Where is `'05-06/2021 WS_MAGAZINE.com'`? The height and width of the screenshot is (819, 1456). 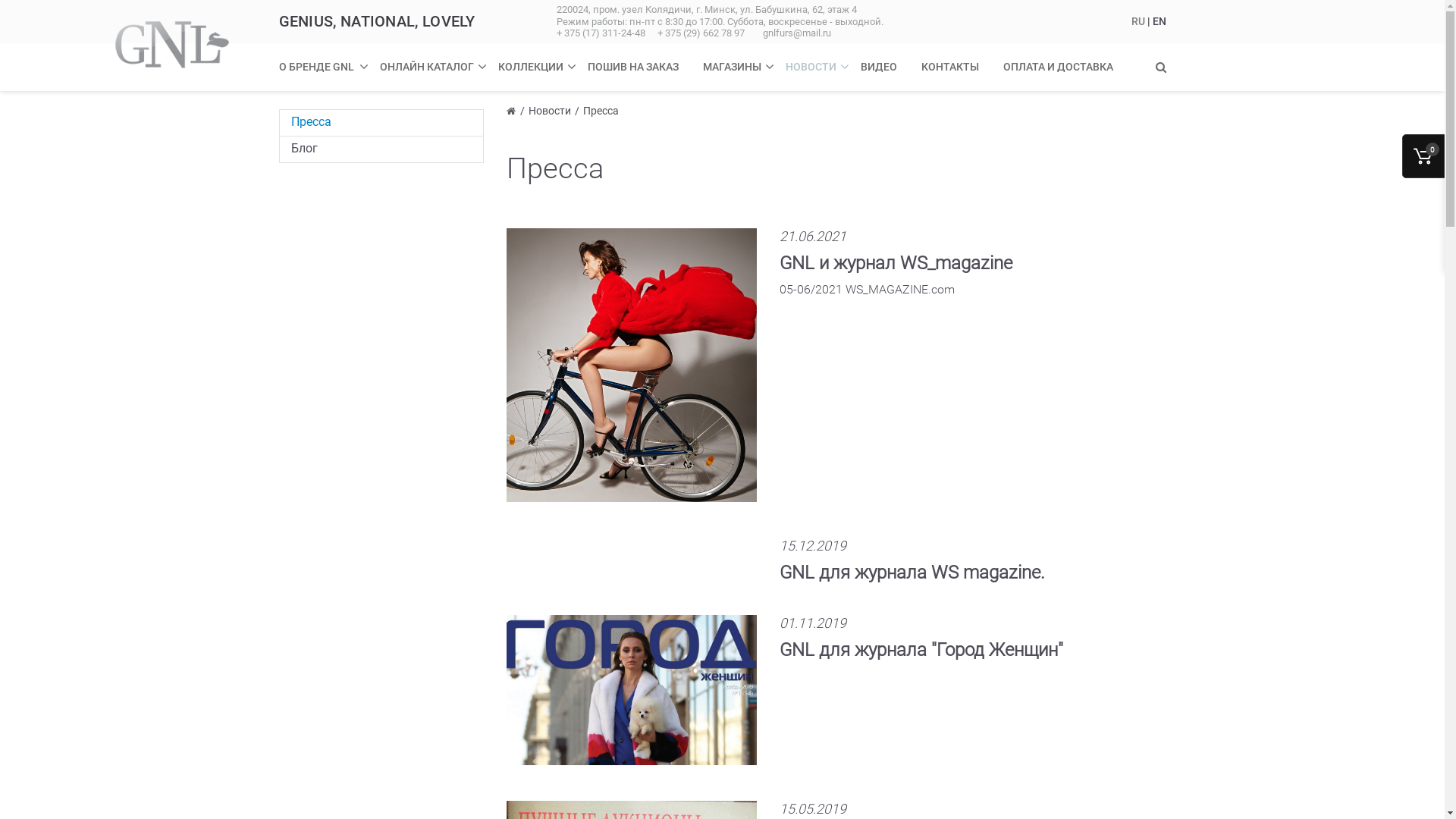 '05-06/2021 WS_MAGAZINE.com' is located at coordinates (867, 297).